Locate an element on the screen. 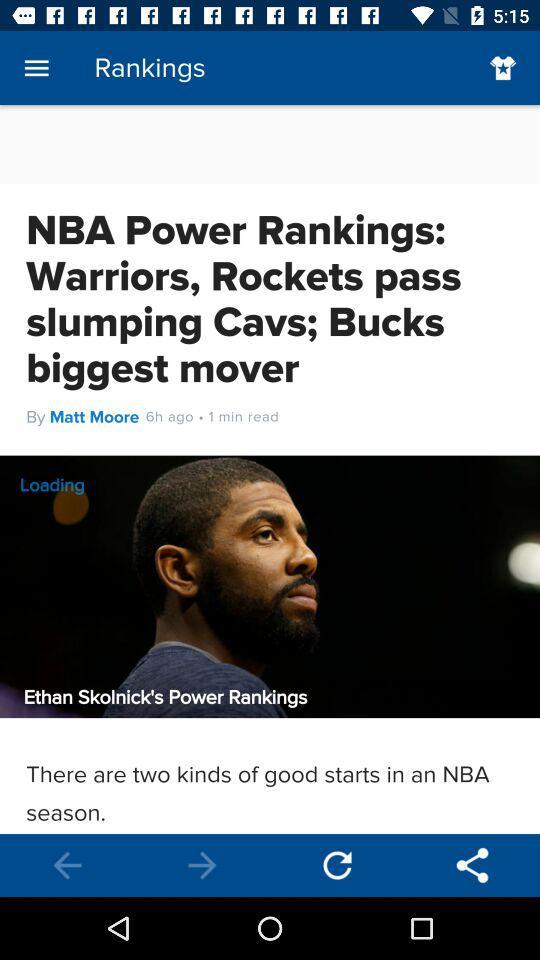 This screenshot has width=540, height=960. refresh is located at coordinates (337, 864).